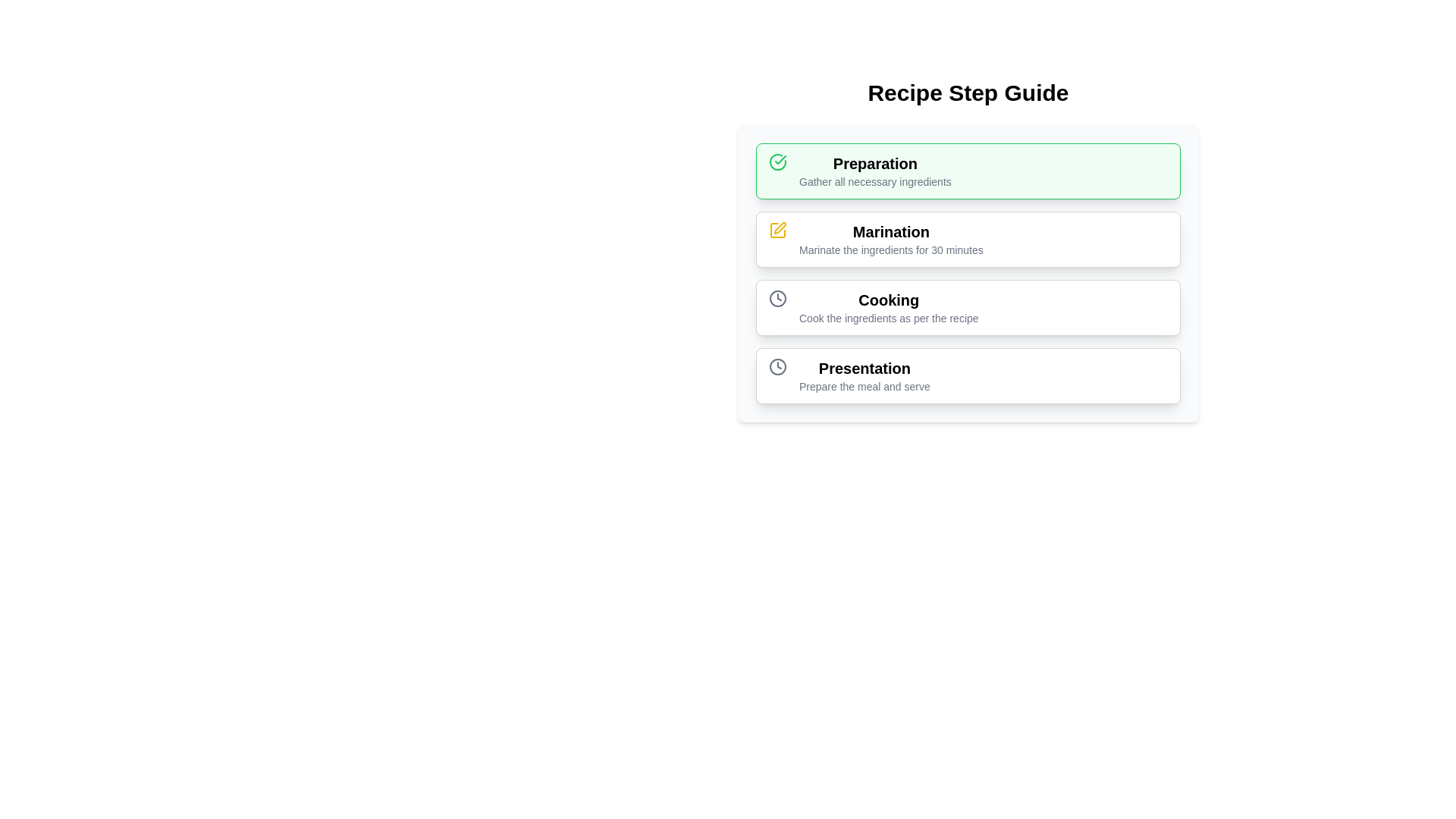 This screenshot has height=819, width=1456. What do you see at coordinates (778, 366) in the screenshot?
I see `the 'Presentation' step icon, which is located to the left of the text 'Presentation' in the fourth entry of the recipe steps` at bounding box center [778, 366].